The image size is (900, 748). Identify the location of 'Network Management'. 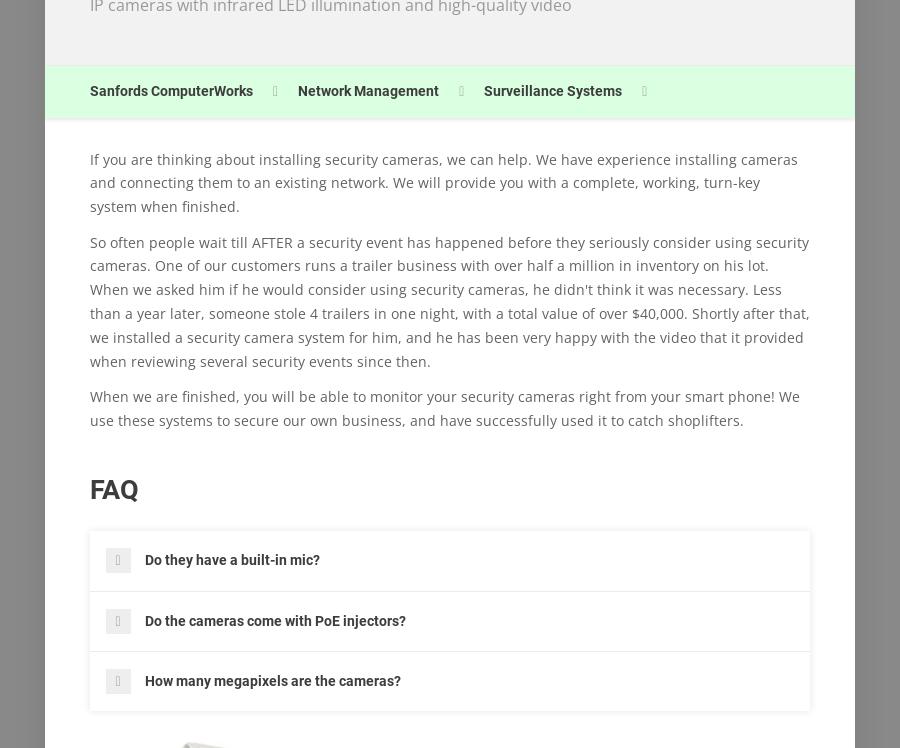
(368, 88).